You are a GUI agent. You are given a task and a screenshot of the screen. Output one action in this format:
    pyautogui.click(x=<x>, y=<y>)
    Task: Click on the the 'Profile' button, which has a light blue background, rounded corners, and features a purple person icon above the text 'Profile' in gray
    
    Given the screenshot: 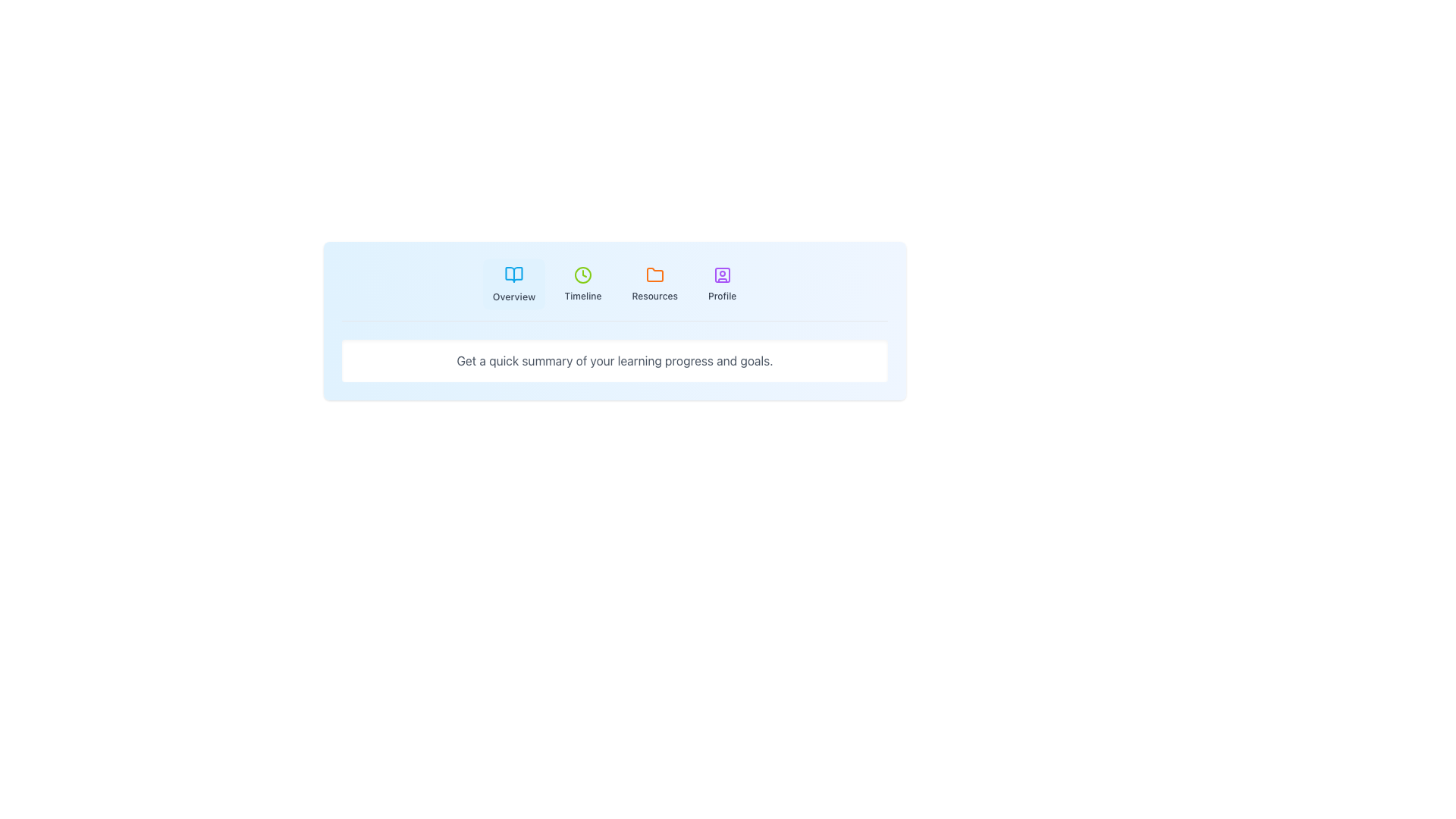 What is the action you would take?
    pyautogui.click(x=721, y=284)
    